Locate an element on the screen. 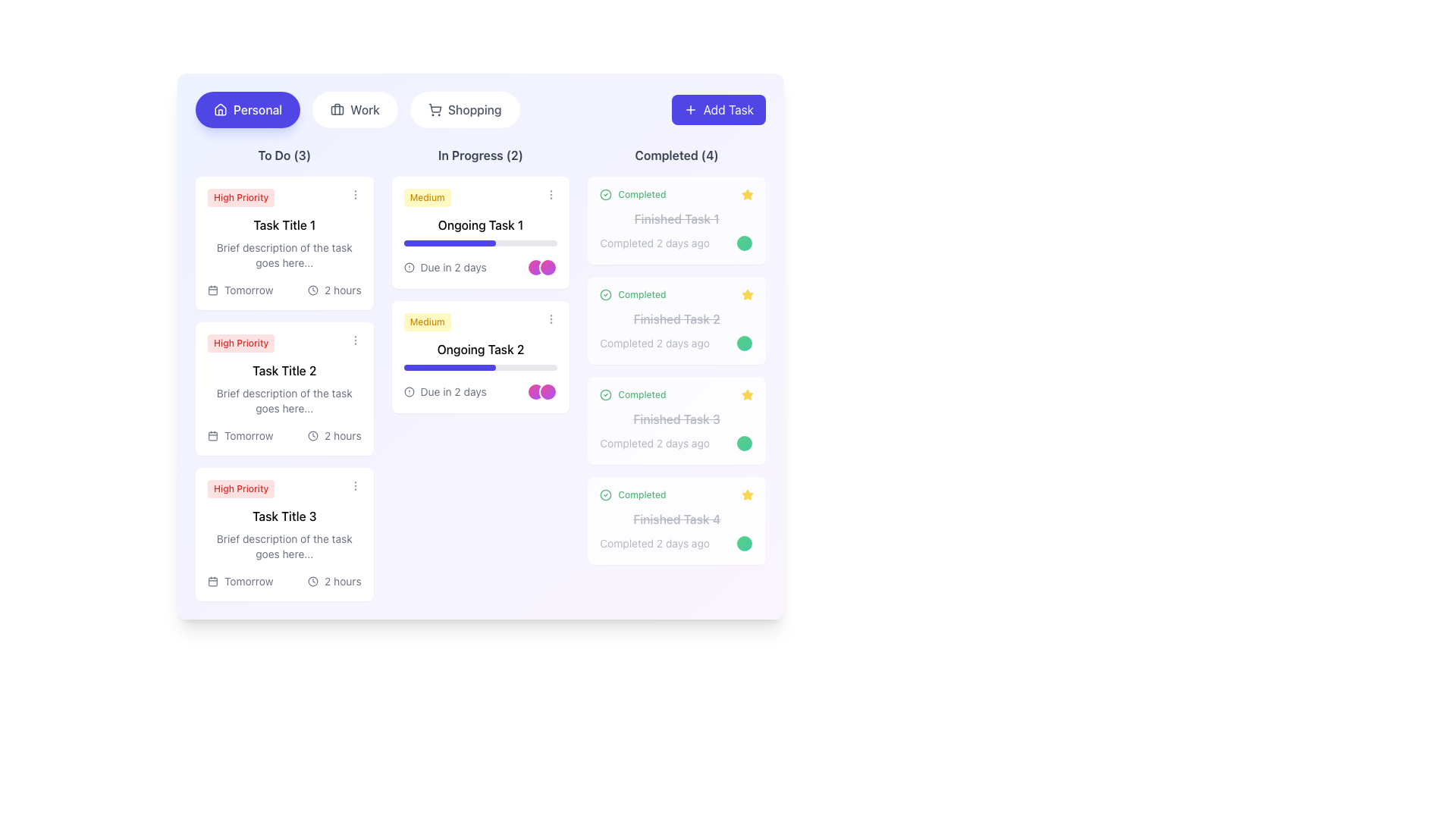  horizontal progress bar located beneath the text 'Ongoing Task 2' in the 'In Progress' column, which is filled with dark blue color and indicates 60% progress is located at coordinates (479, 368).